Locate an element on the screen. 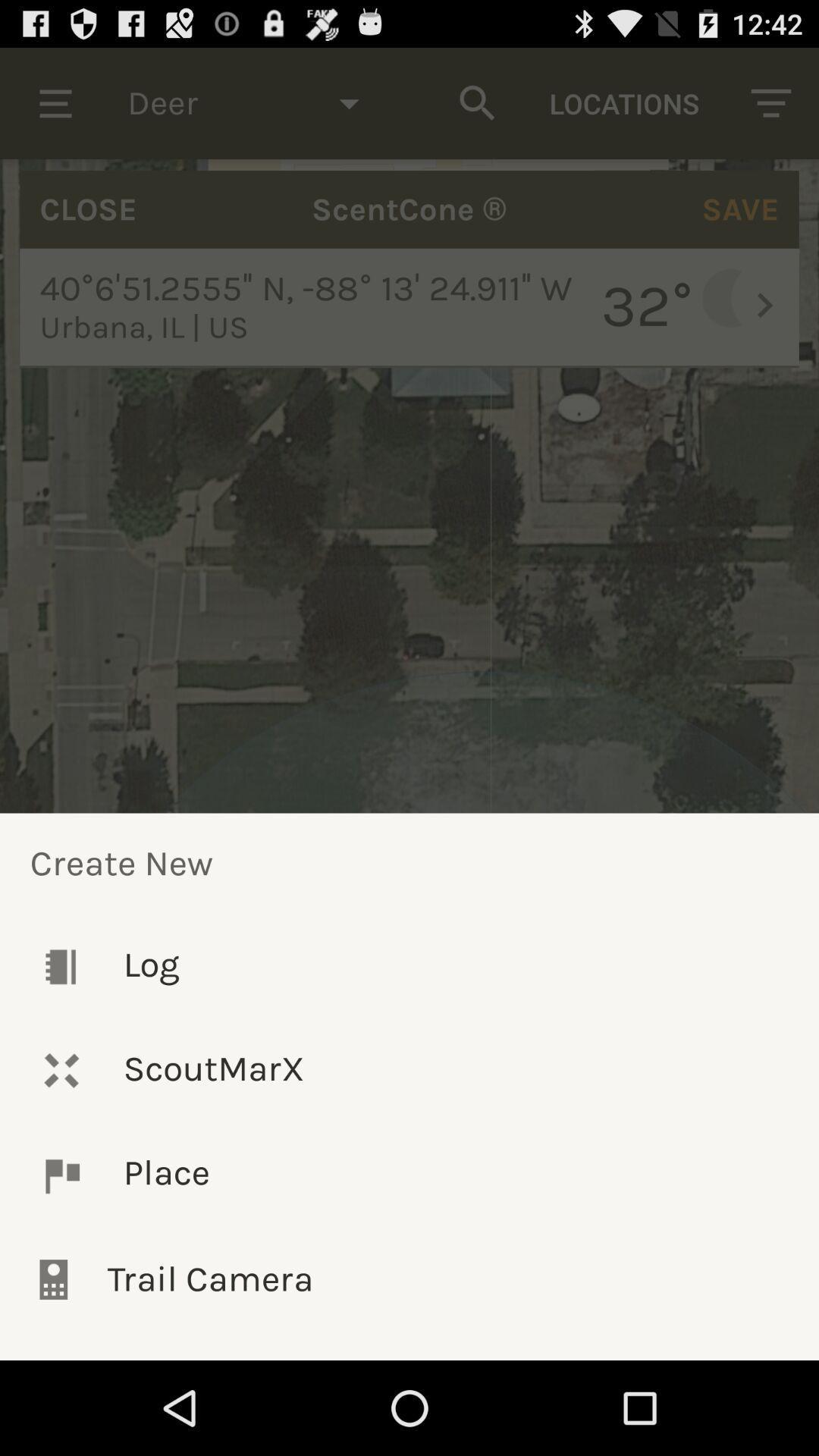 The image size is (819, 1456). the place item is located at coordinates (409, 1175).